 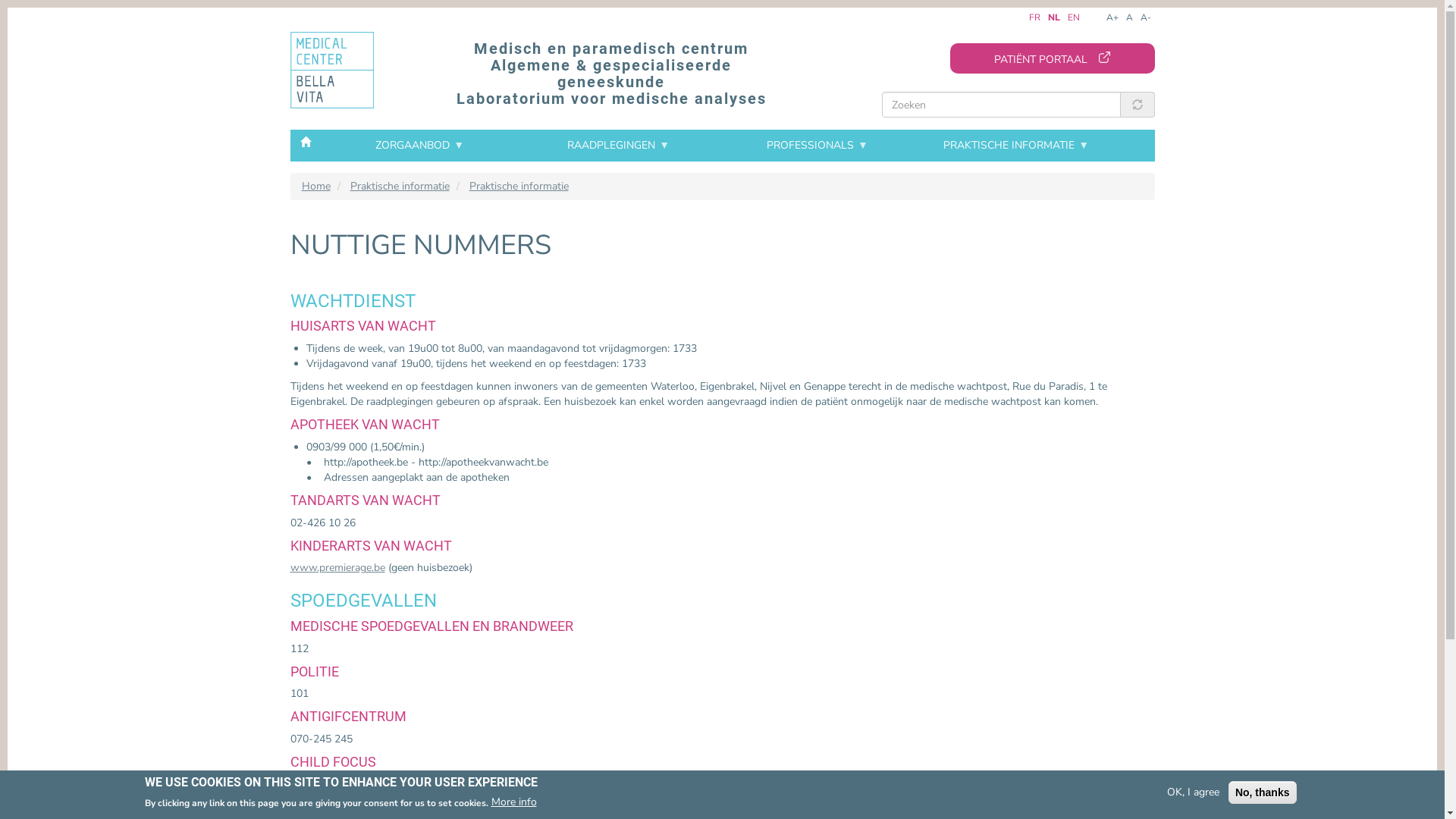 I want to click on 'MULTIDISCIPLINAIRE KLINIEKEN', so click(x=387, y=362).